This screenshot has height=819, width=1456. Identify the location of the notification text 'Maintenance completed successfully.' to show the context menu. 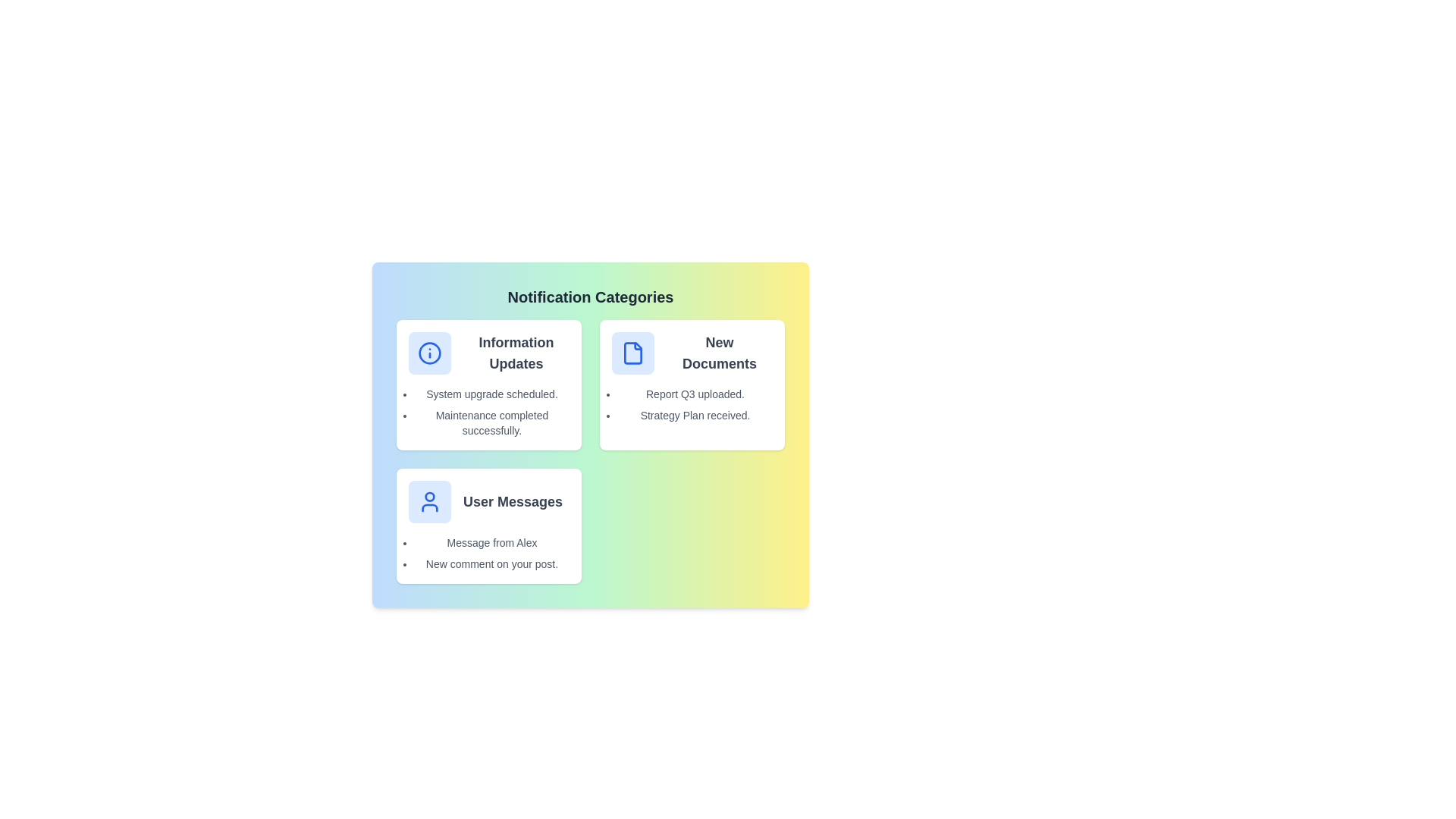
(491, 423).